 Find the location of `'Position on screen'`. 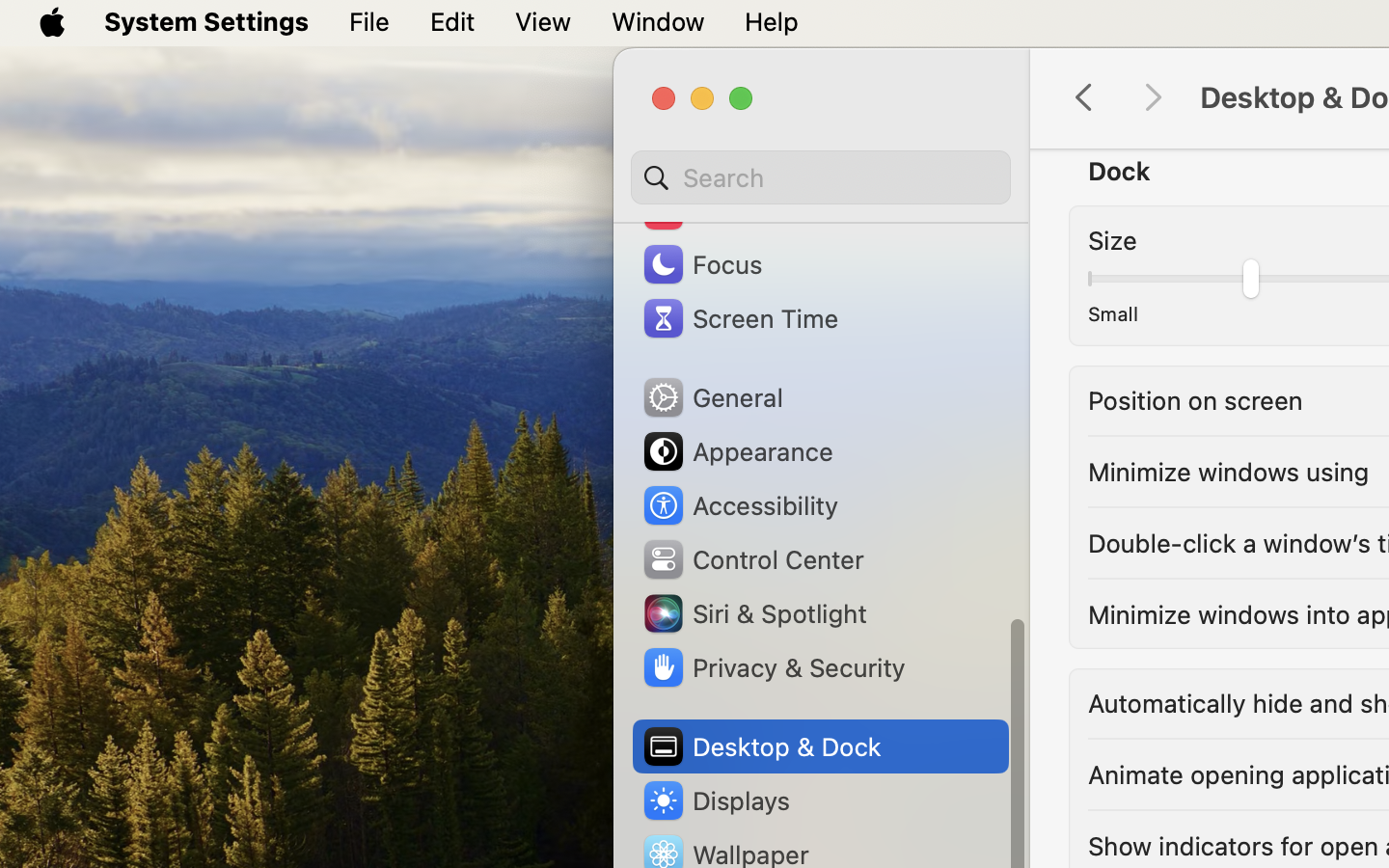

'Position on screen' is located at coordinates (1193, 399).